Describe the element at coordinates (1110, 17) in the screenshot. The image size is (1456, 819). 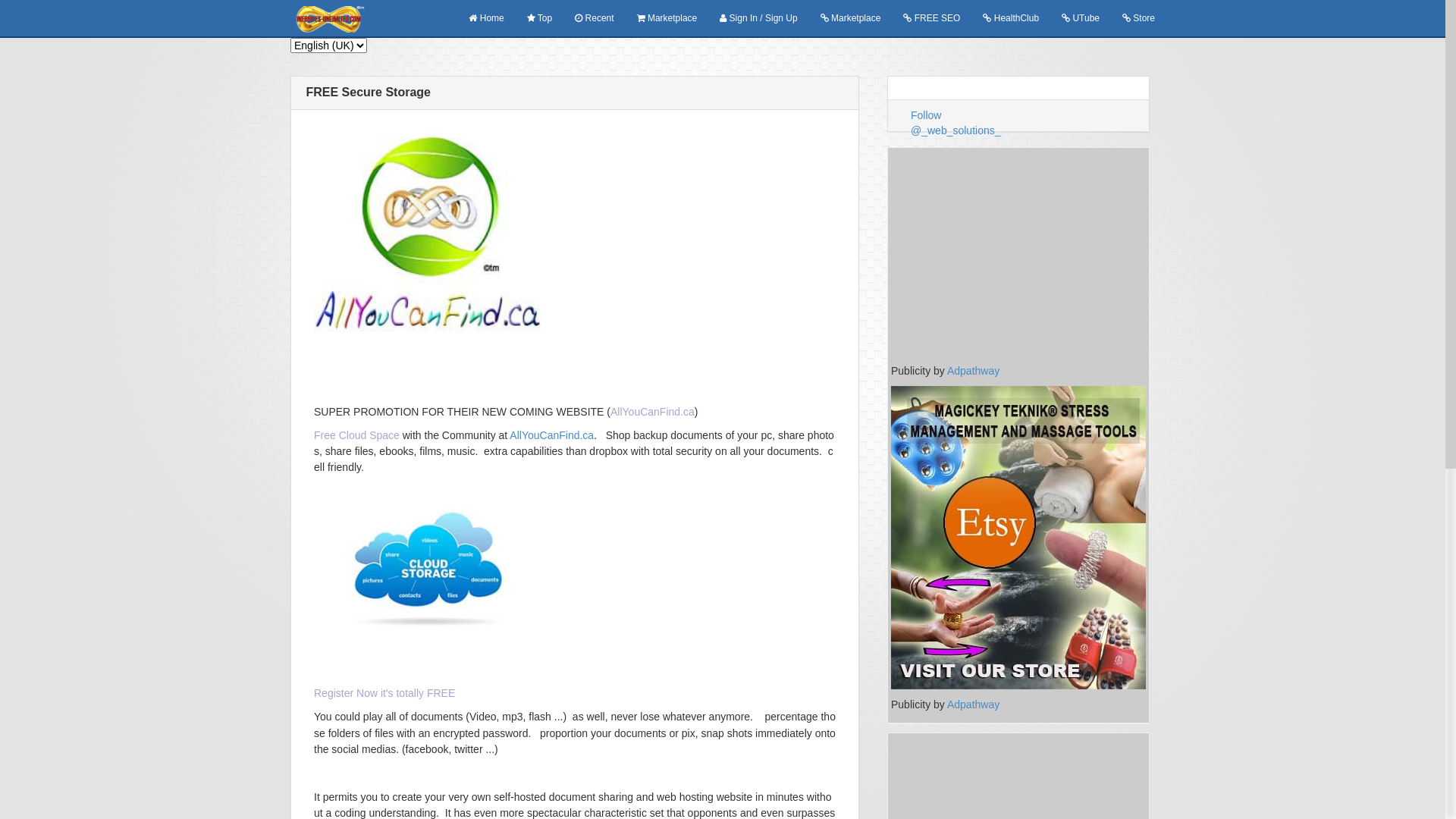
I see `'Store'` at that location.